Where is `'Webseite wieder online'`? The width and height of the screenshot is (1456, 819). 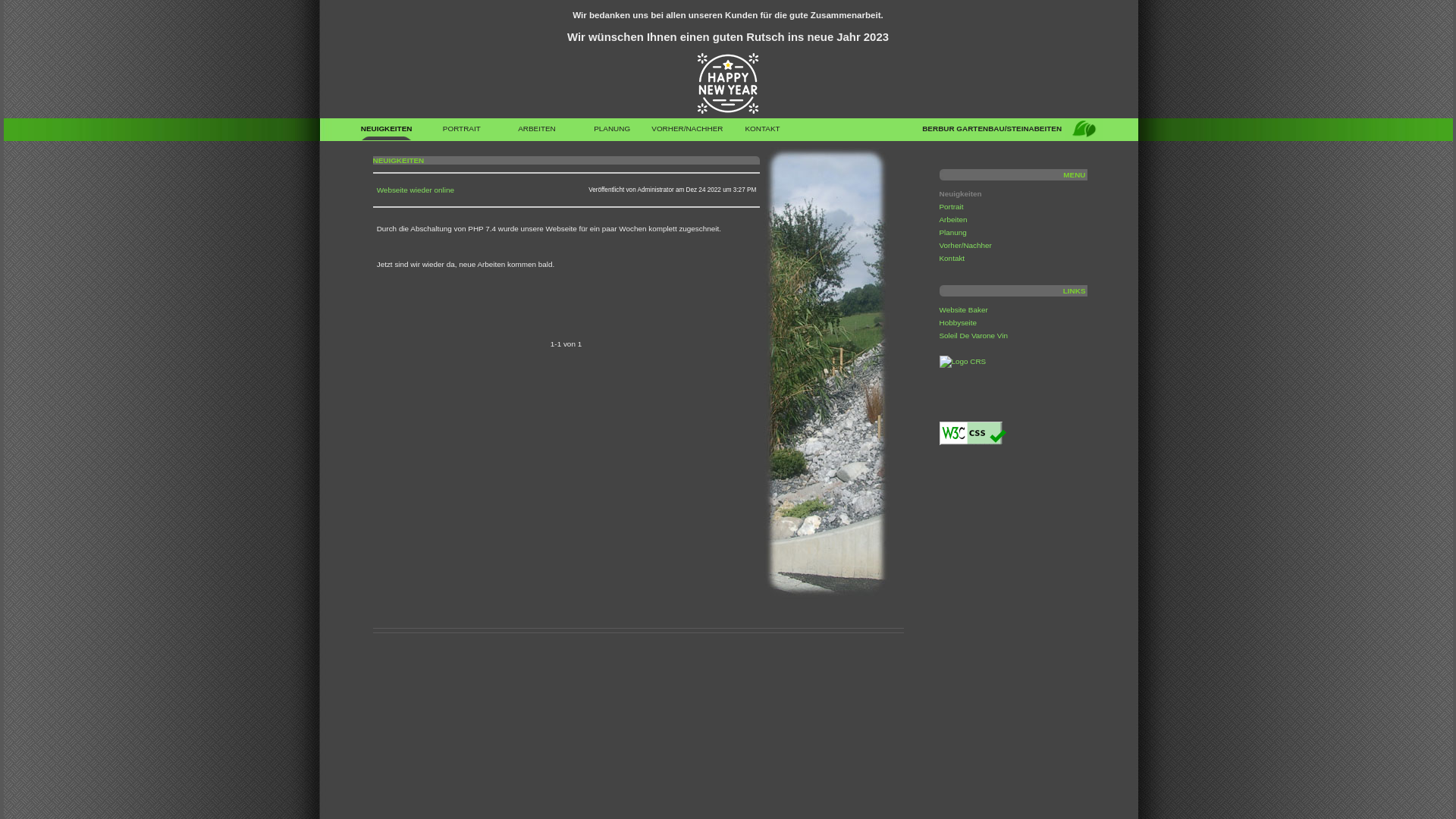
'Webseite wieder online' is located at coordinates (415, 189).